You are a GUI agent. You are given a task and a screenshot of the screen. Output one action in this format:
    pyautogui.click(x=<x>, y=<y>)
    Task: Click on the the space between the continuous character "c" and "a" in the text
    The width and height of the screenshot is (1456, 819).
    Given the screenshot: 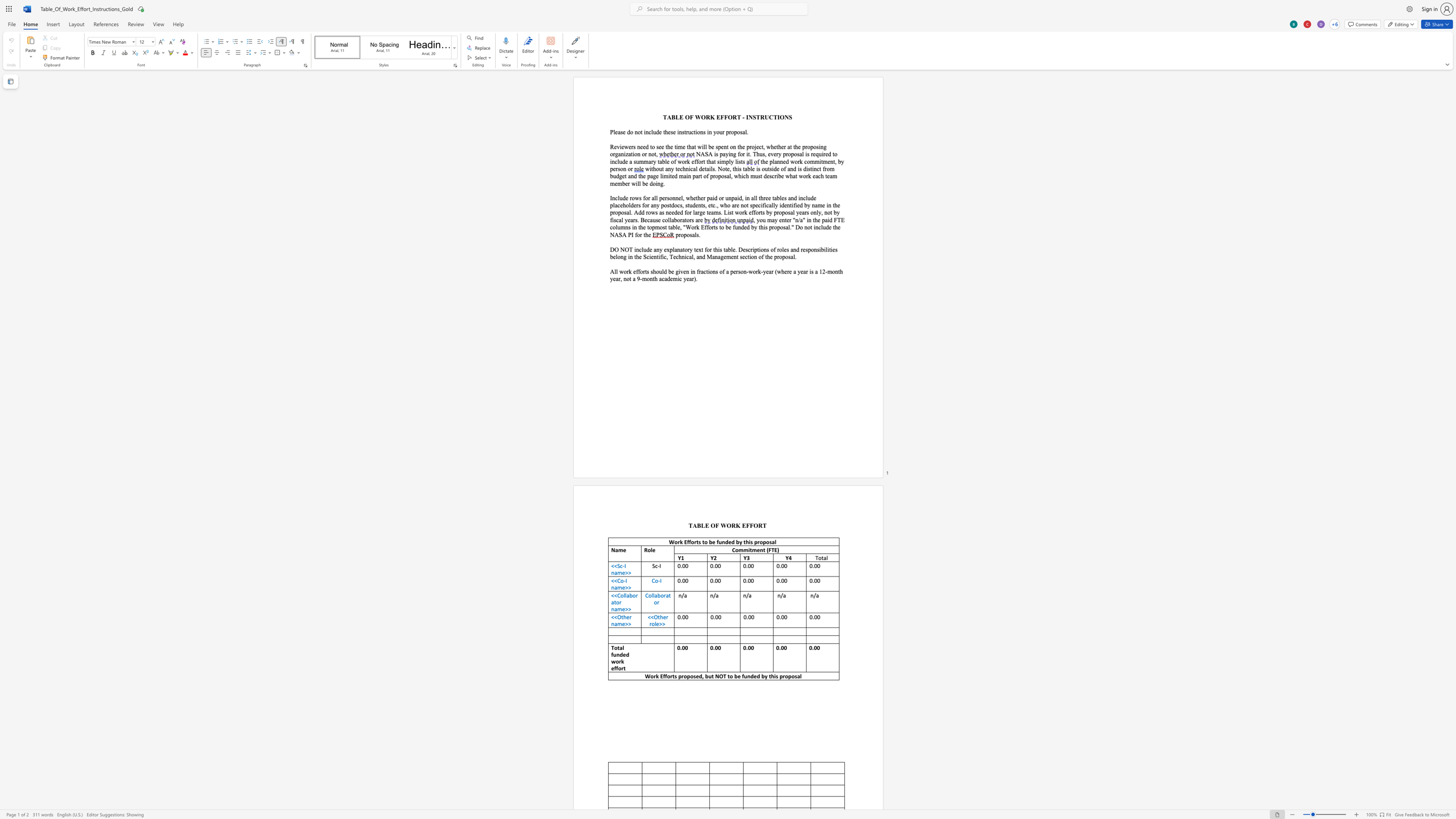 What is the action you would take?
    pyautogui.click(x=768, y=205)
    